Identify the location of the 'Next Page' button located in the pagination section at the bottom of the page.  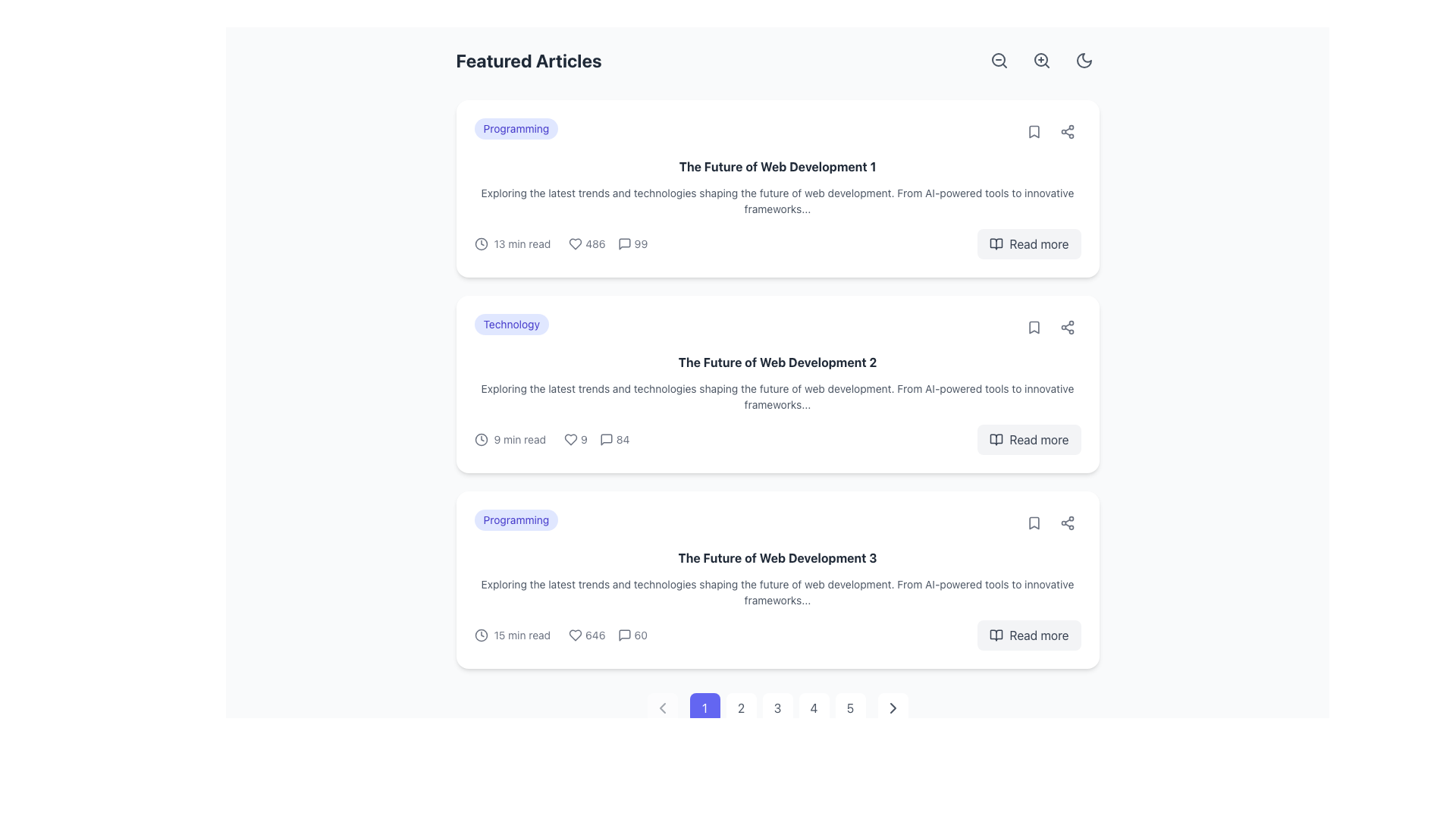
(893, 708).